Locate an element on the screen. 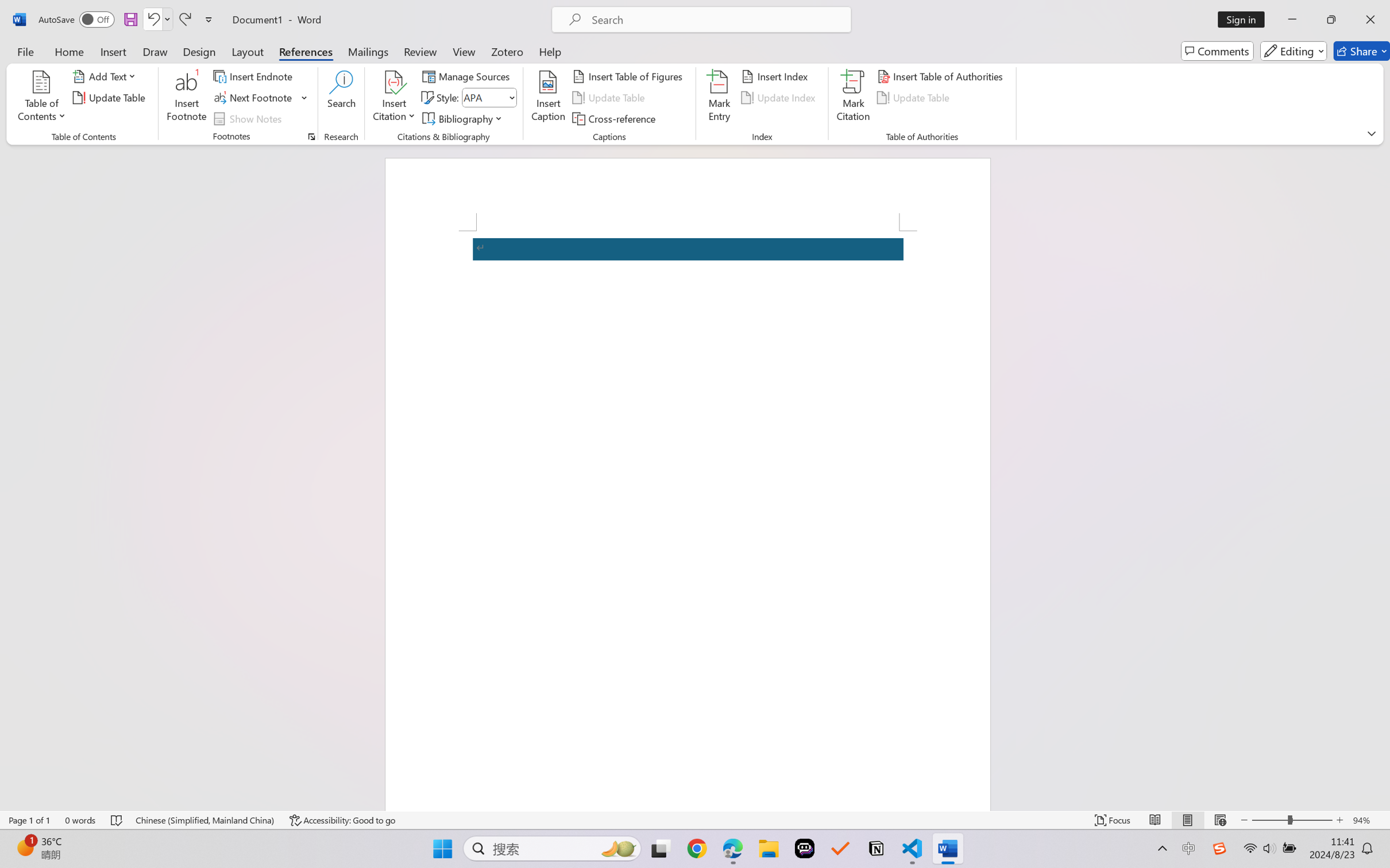 The height and width of the screenshot is (868, 1390). 'Insert Table of Figures...' is located at coordinates (629, 75).